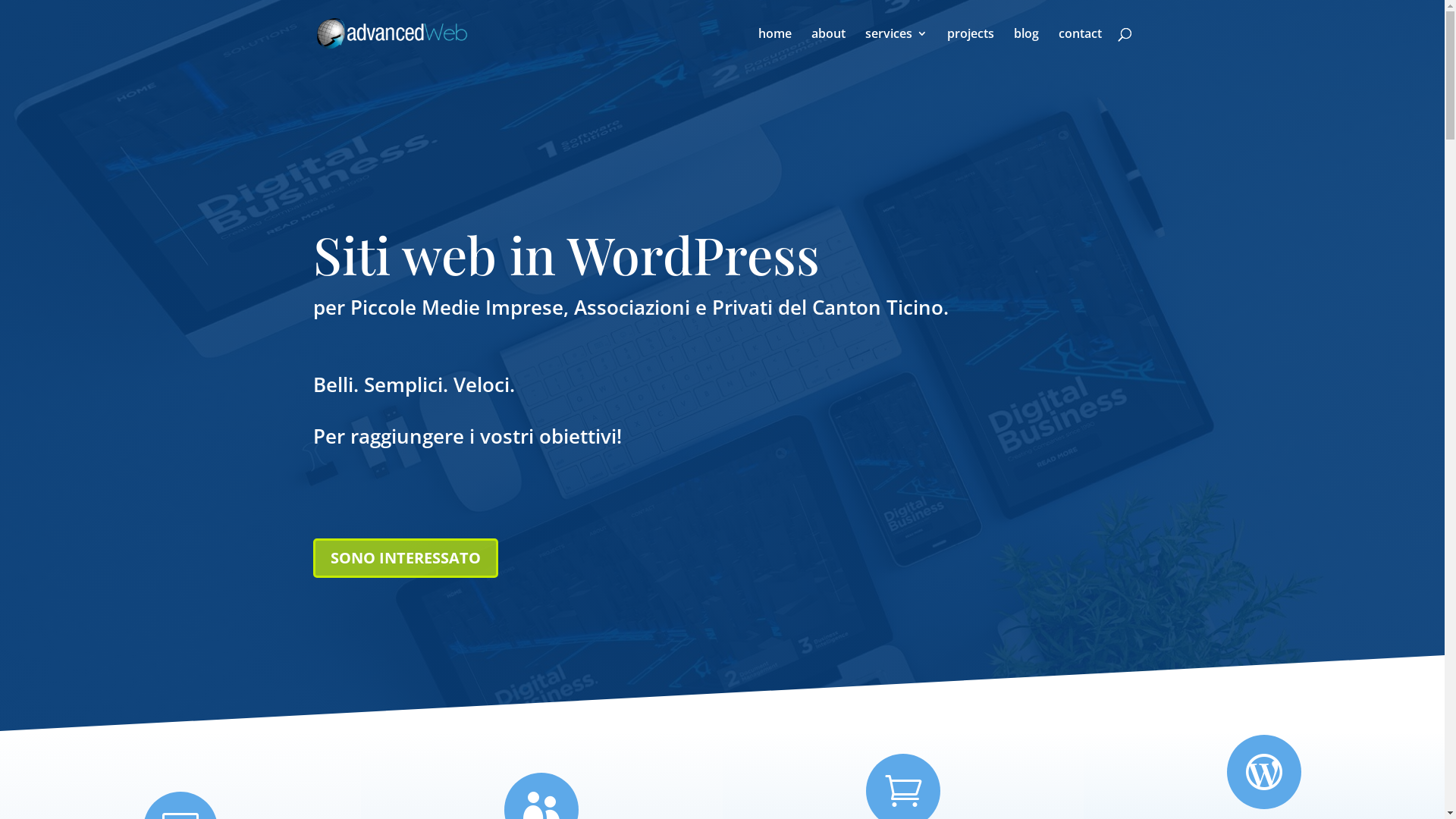  I want to click on 'about', so click(827, 46).